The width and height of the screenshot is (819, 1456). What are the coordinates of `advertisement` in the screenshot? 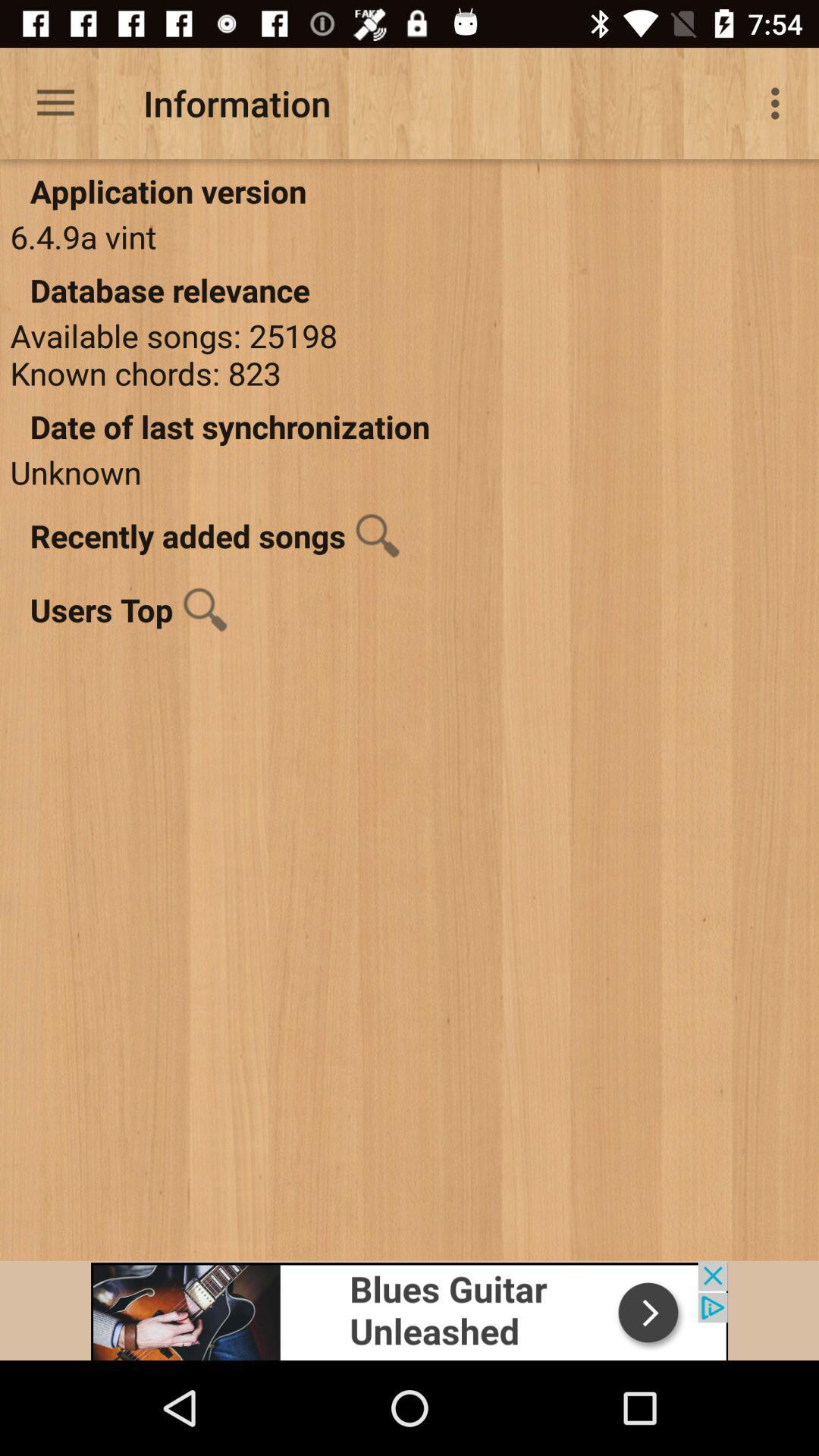 It's located at (409, 1310).